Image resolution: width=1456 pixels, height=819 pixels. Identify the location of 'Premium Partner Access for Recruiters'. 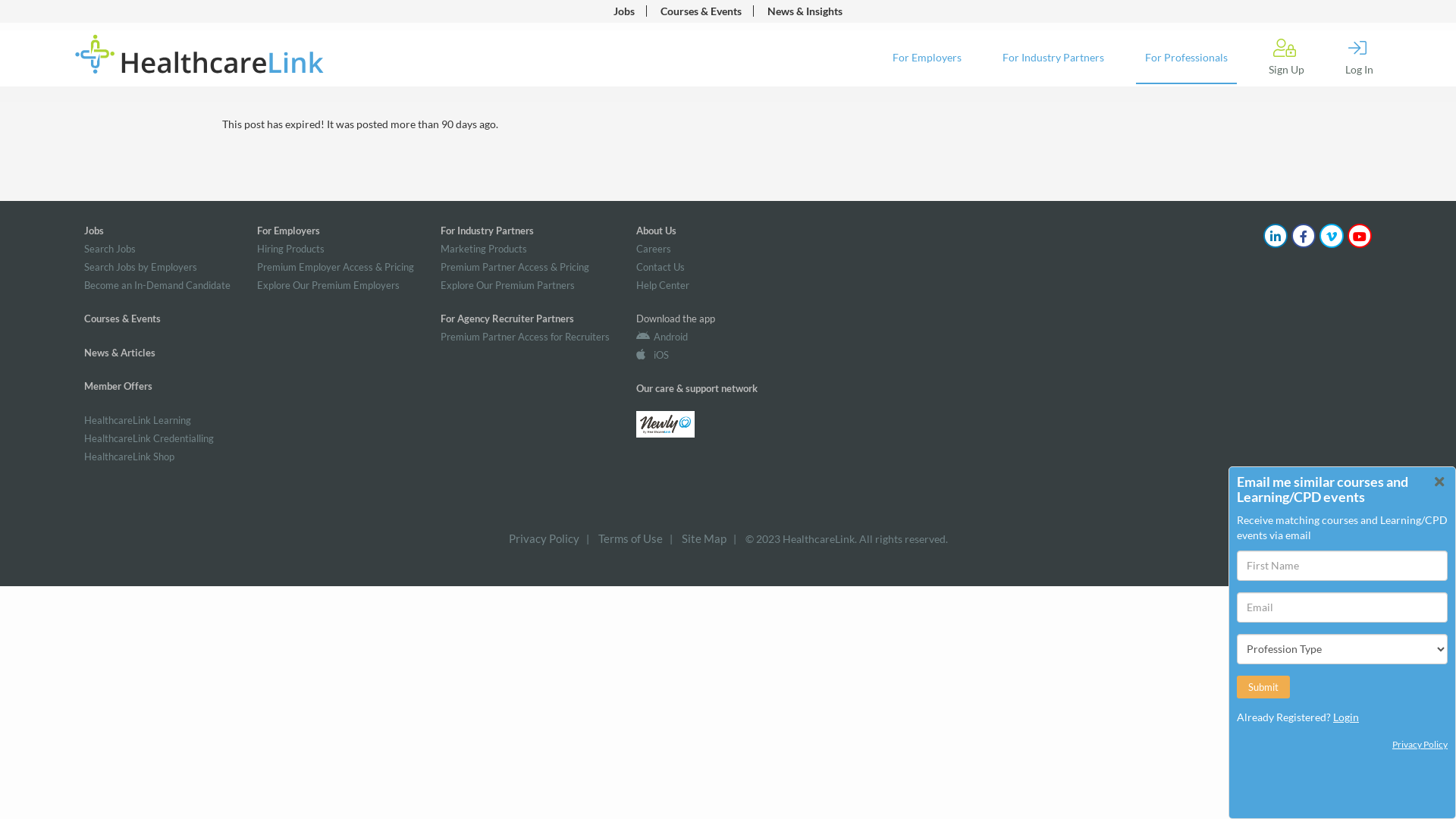
(525, 335).